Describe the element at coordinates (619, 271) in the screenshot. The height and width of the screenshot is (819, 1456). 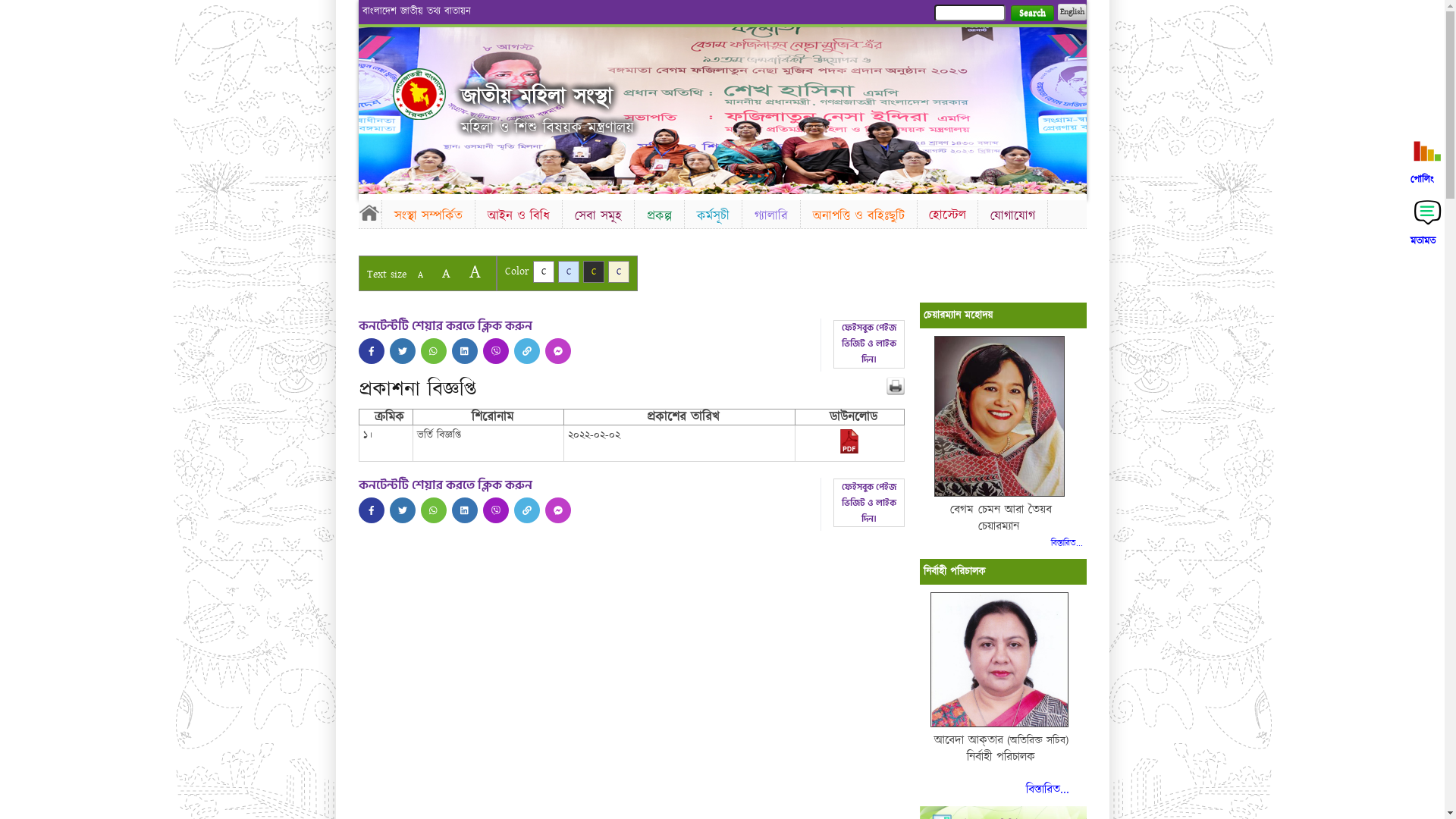
I see `'C'` at that location.